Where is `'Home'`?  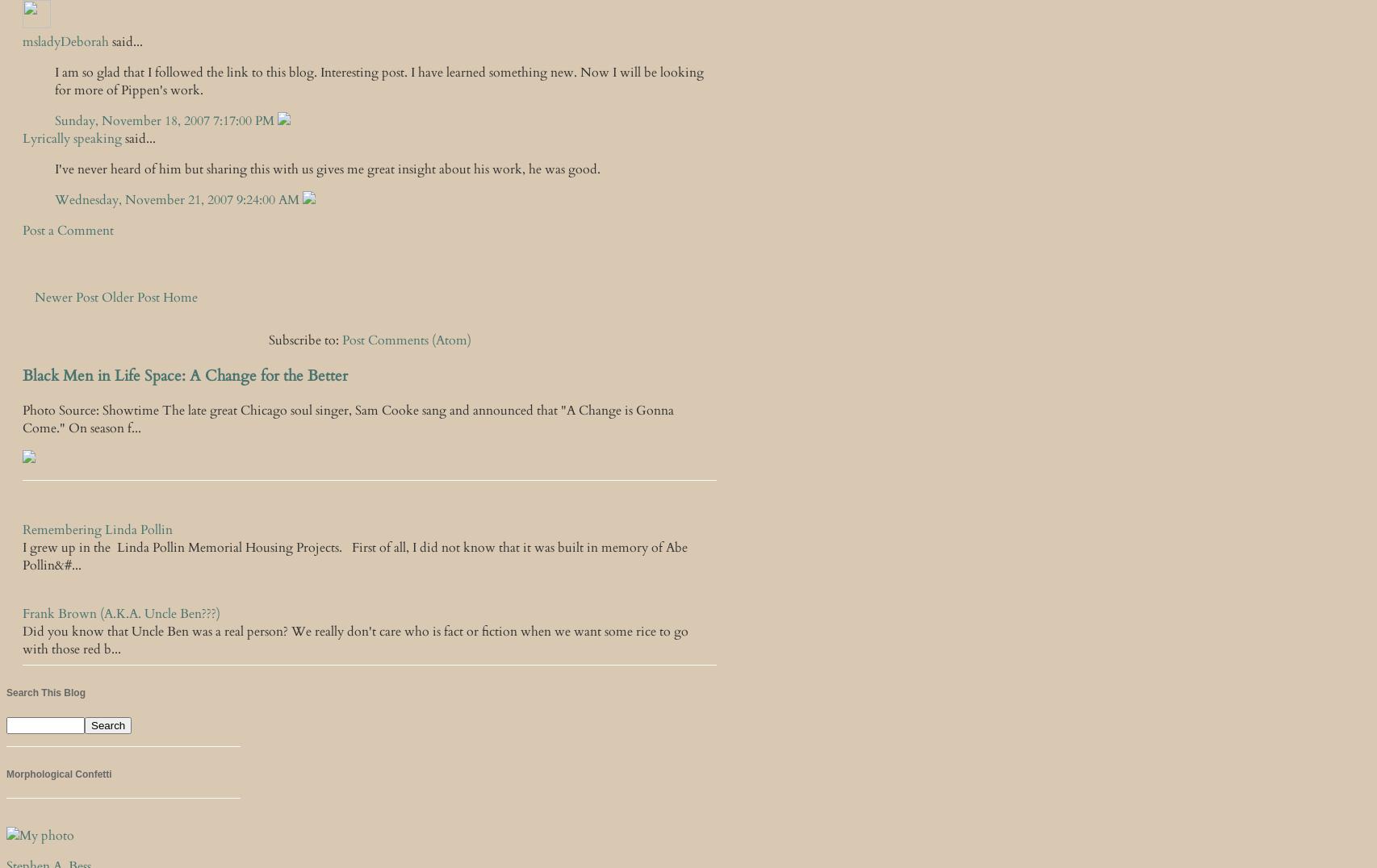
'Home' is located at coordinates (180, 296).